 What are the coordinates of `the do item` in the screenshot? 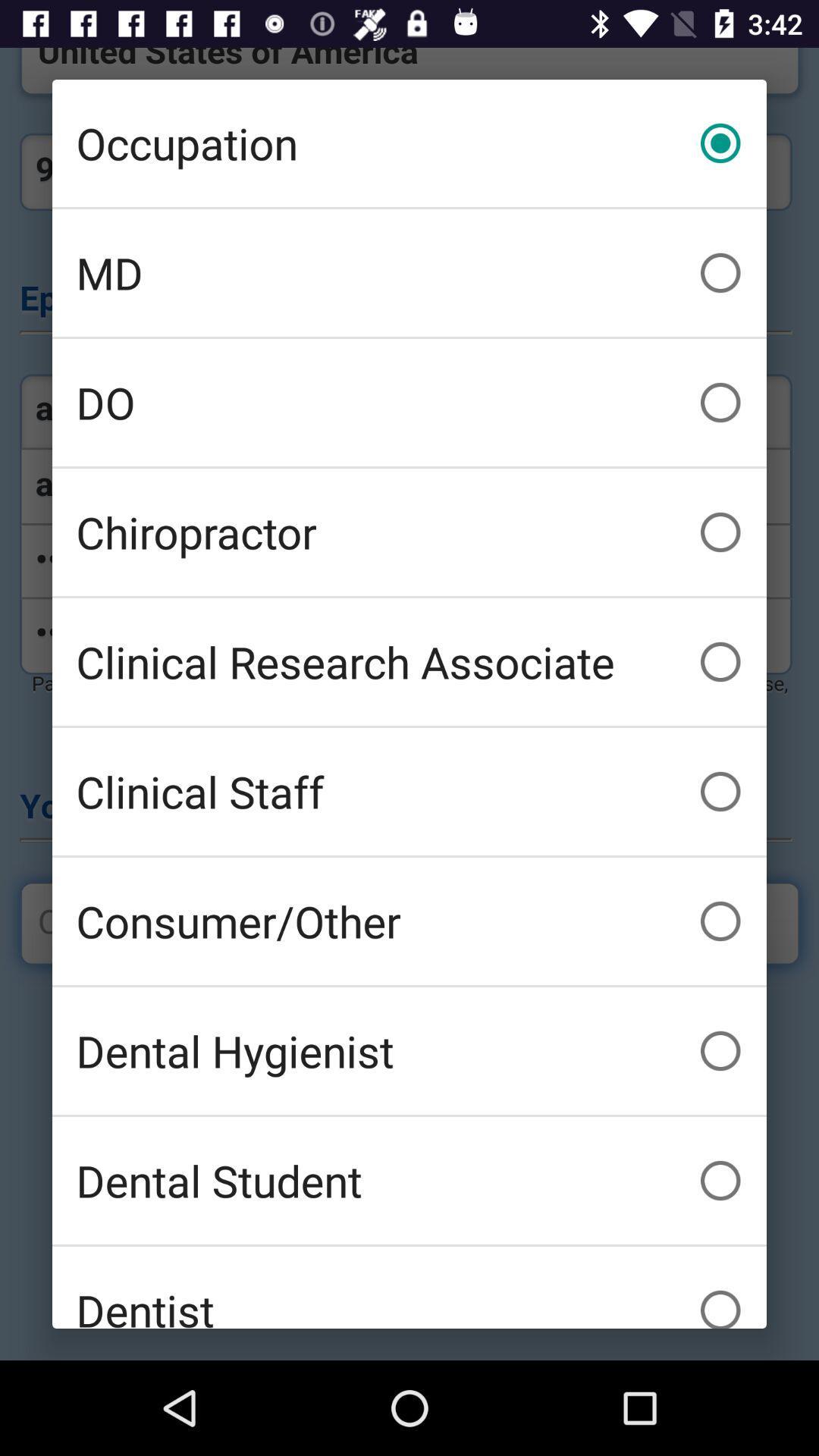 It's located at (409, 403).